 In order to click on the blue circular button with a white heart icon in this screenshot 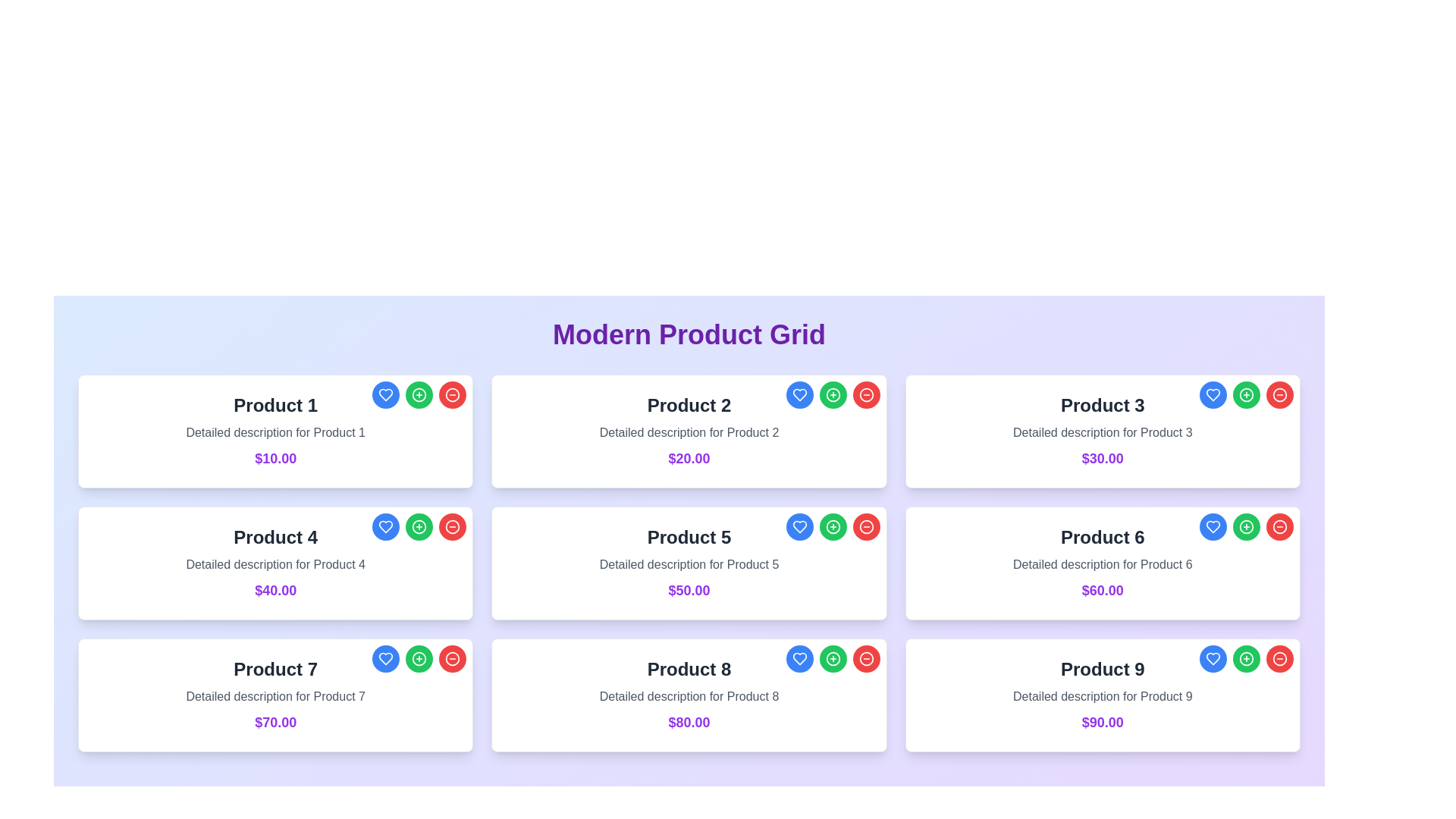, I will do `click(1211, 526)`.